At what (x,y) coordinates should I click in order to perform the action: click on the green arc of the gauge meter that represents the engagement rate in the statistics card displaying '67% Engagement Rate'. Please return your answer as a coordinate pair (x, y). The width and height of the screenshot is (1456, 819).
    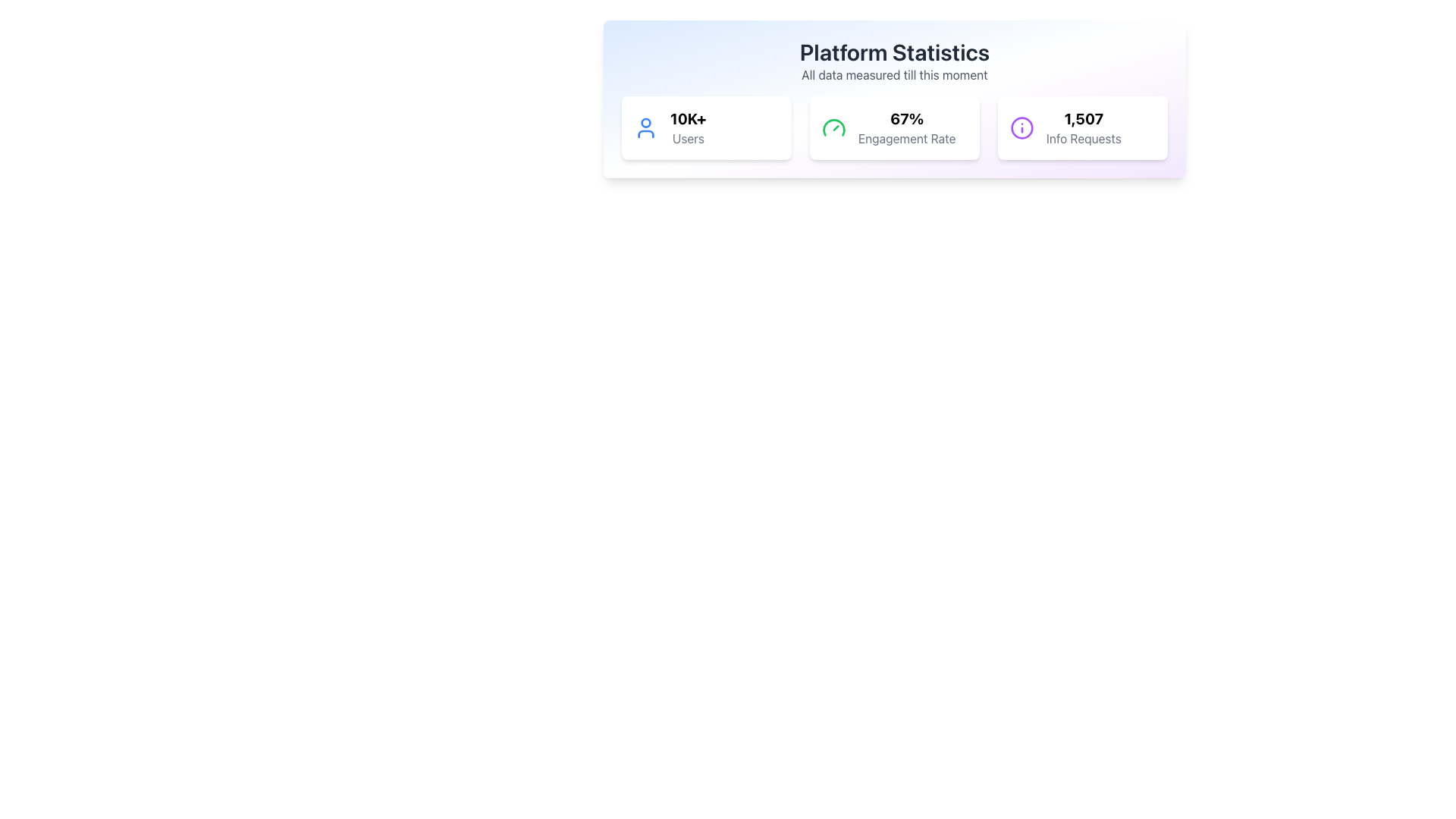
    Looking at the image, I should click on (833, 127).